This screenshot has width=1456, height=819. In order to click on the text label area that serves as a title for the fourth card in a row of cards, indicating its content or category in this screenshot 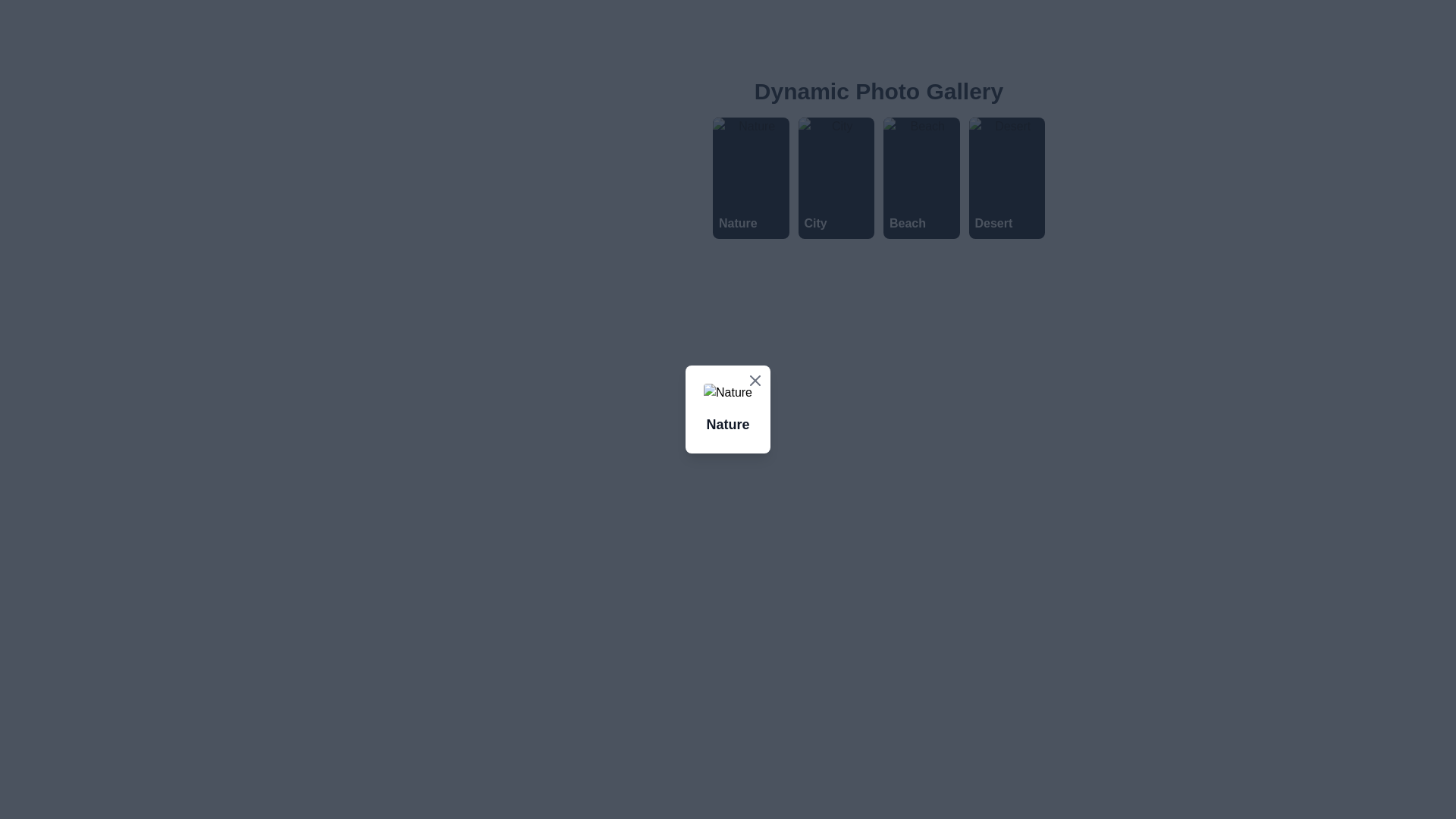, I will do `click(993, 223)`.